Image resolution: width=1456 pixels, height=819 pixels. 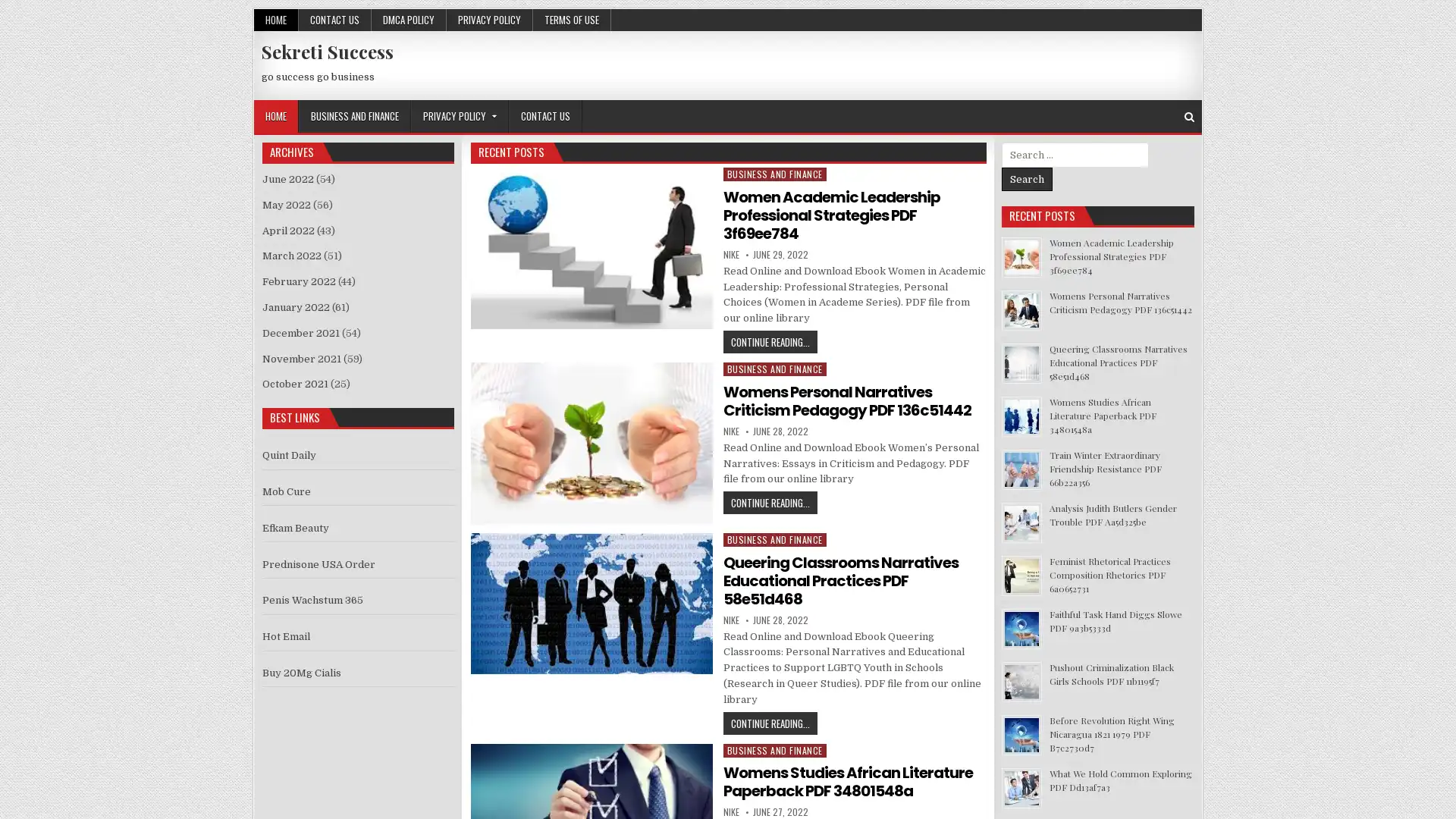 I want to click on Search, so click(x=1027, y=178).